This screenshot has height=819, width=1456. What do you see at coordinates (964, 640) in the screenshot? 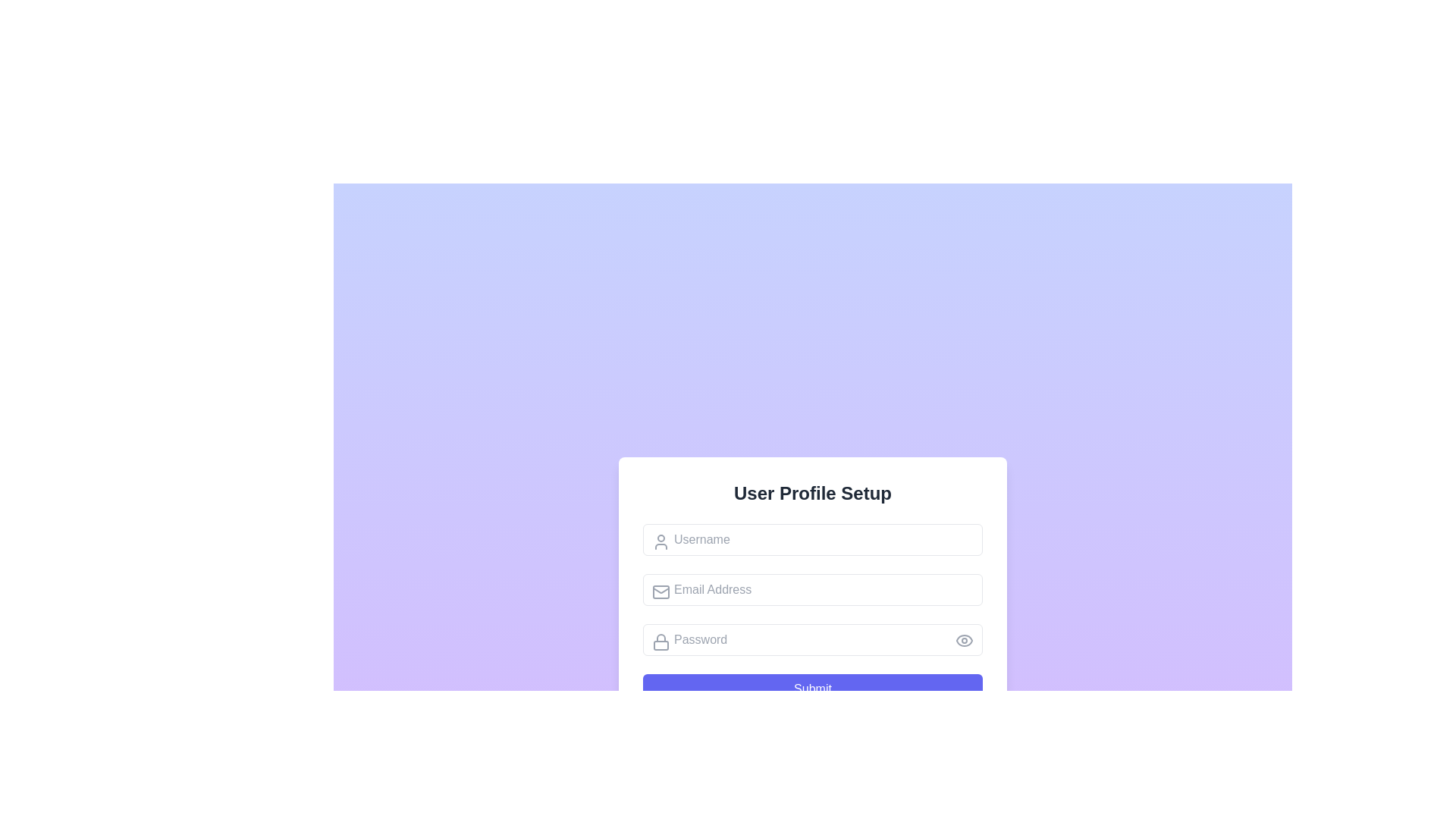
I see `the rightmost icon in the password input field` at bounding box center [964, 640].